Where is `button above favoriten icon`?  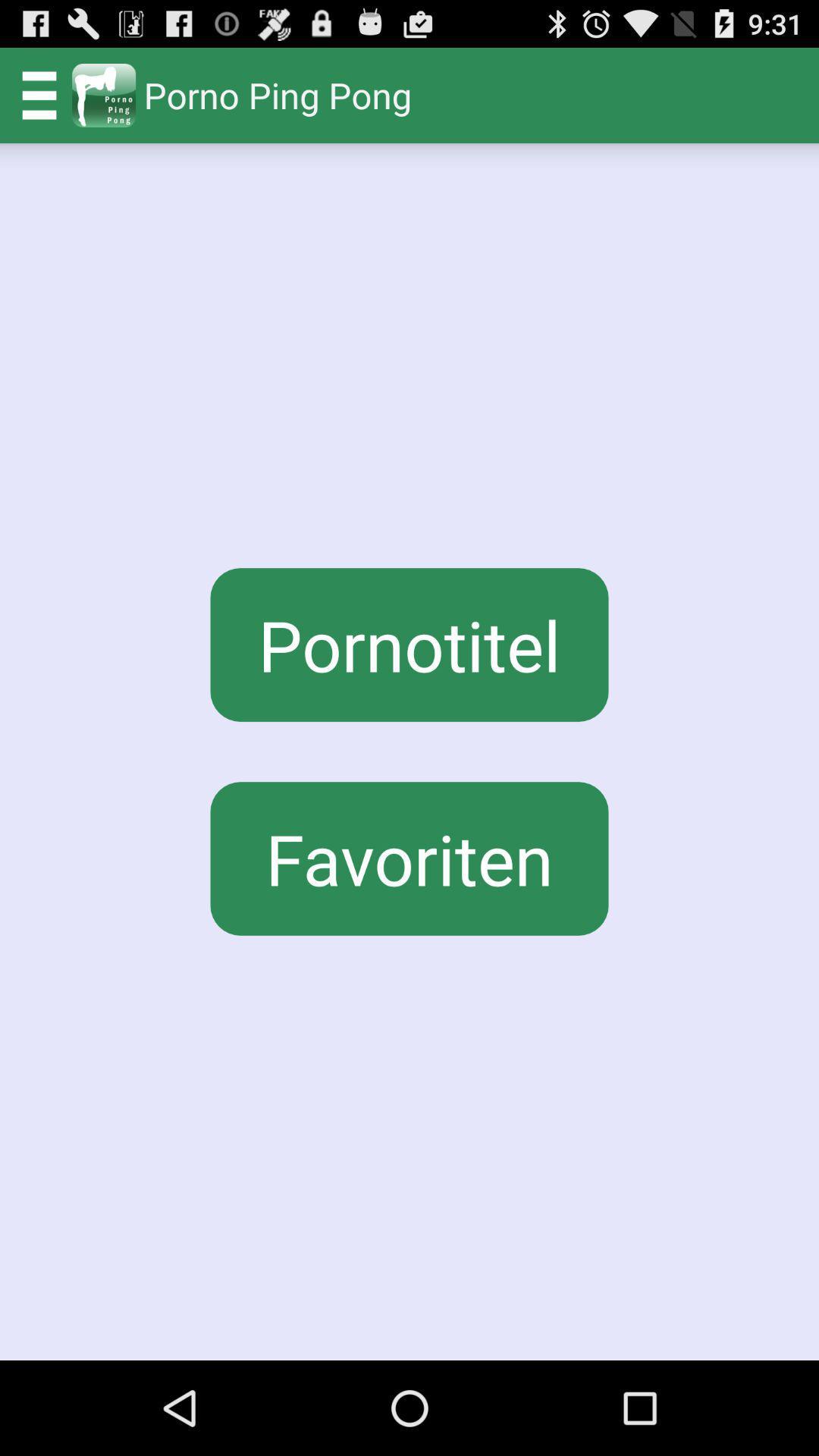 button above favoriten icon is located at coordinates (409, 645).